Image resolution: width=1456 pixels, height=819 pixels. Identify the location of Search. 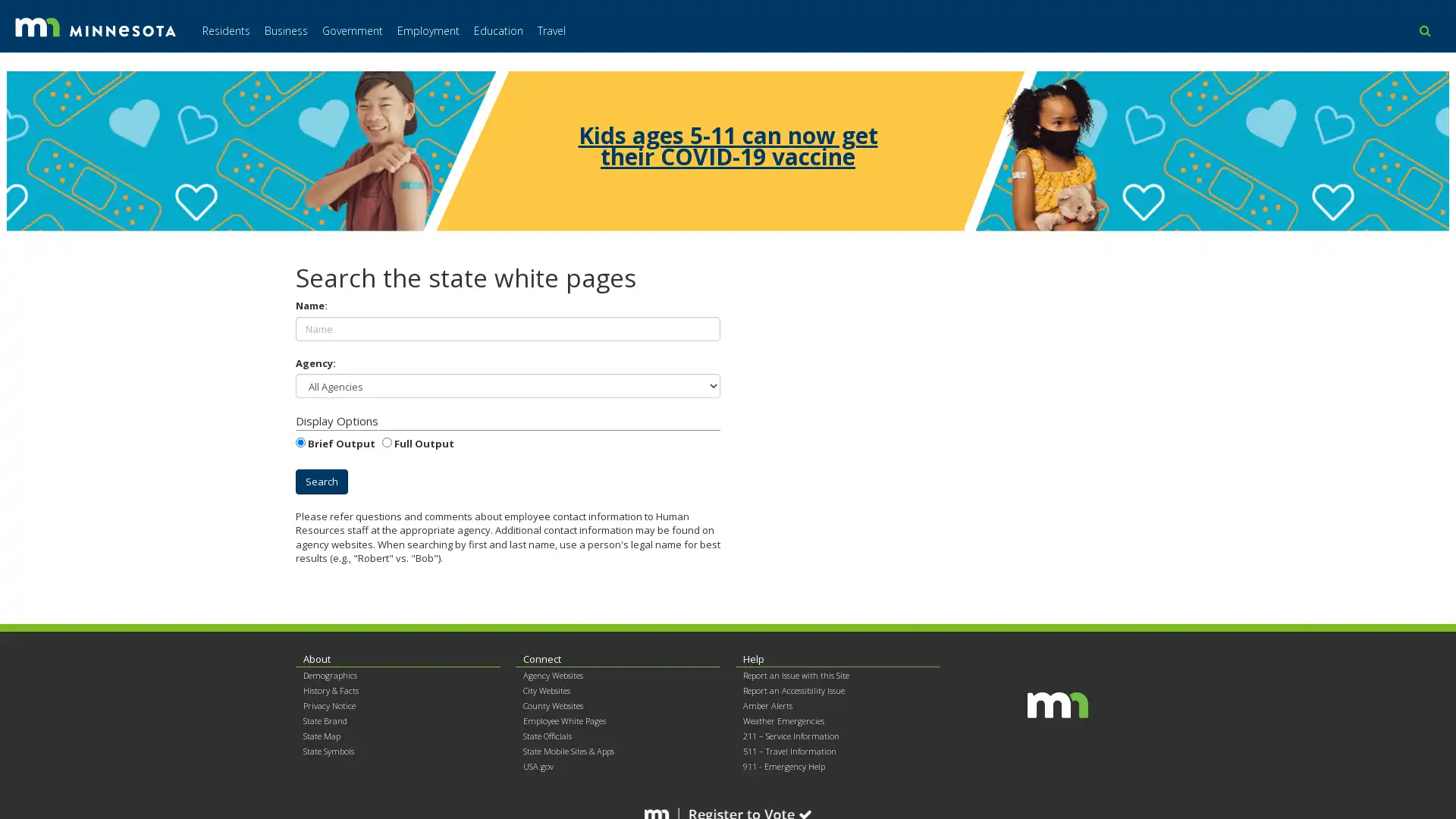
(321, 482).